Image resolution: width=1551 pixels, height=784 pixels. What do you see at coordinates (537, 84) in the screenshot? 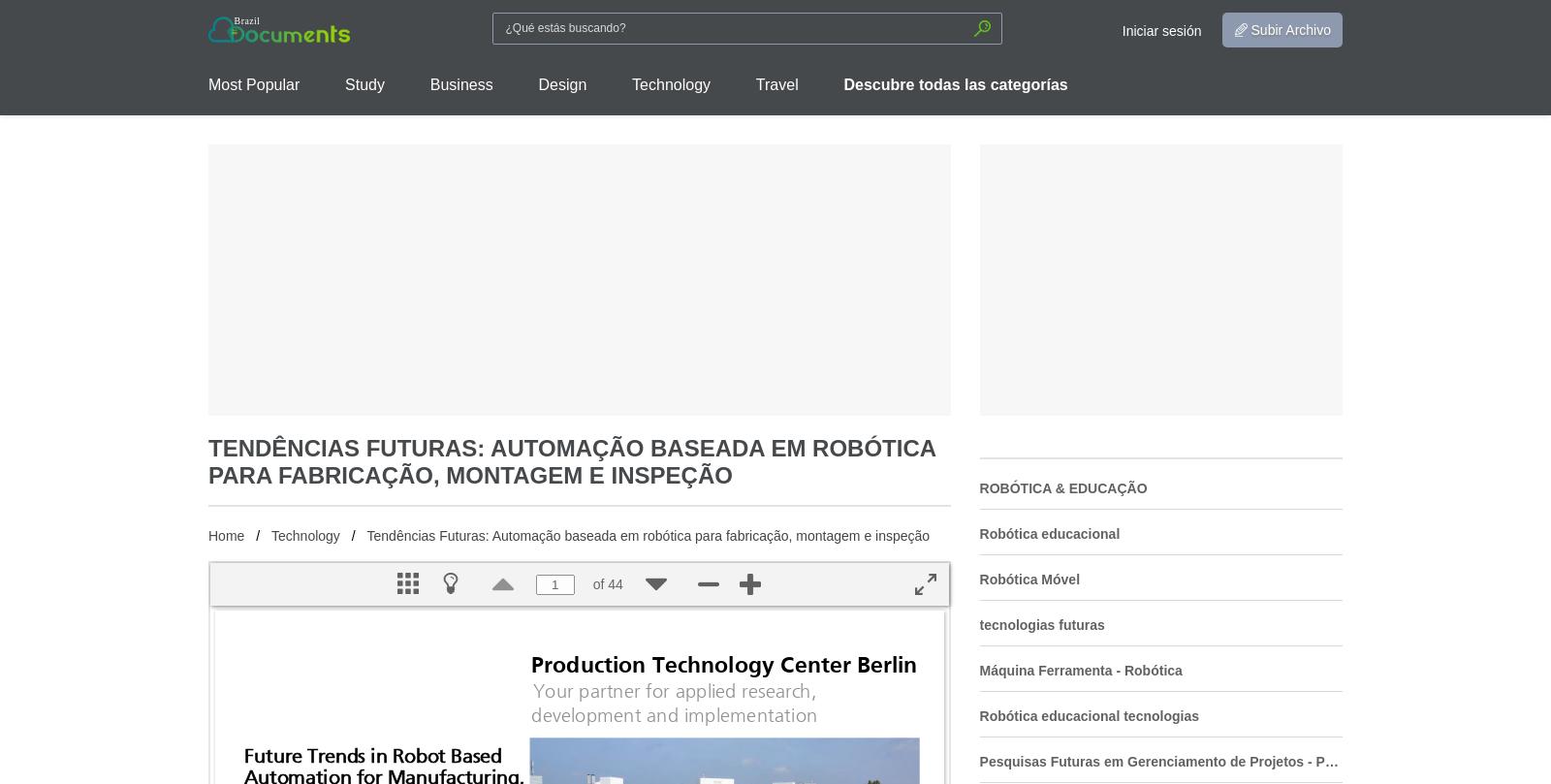
I see `'Design'` at bounding box center [537, 84].